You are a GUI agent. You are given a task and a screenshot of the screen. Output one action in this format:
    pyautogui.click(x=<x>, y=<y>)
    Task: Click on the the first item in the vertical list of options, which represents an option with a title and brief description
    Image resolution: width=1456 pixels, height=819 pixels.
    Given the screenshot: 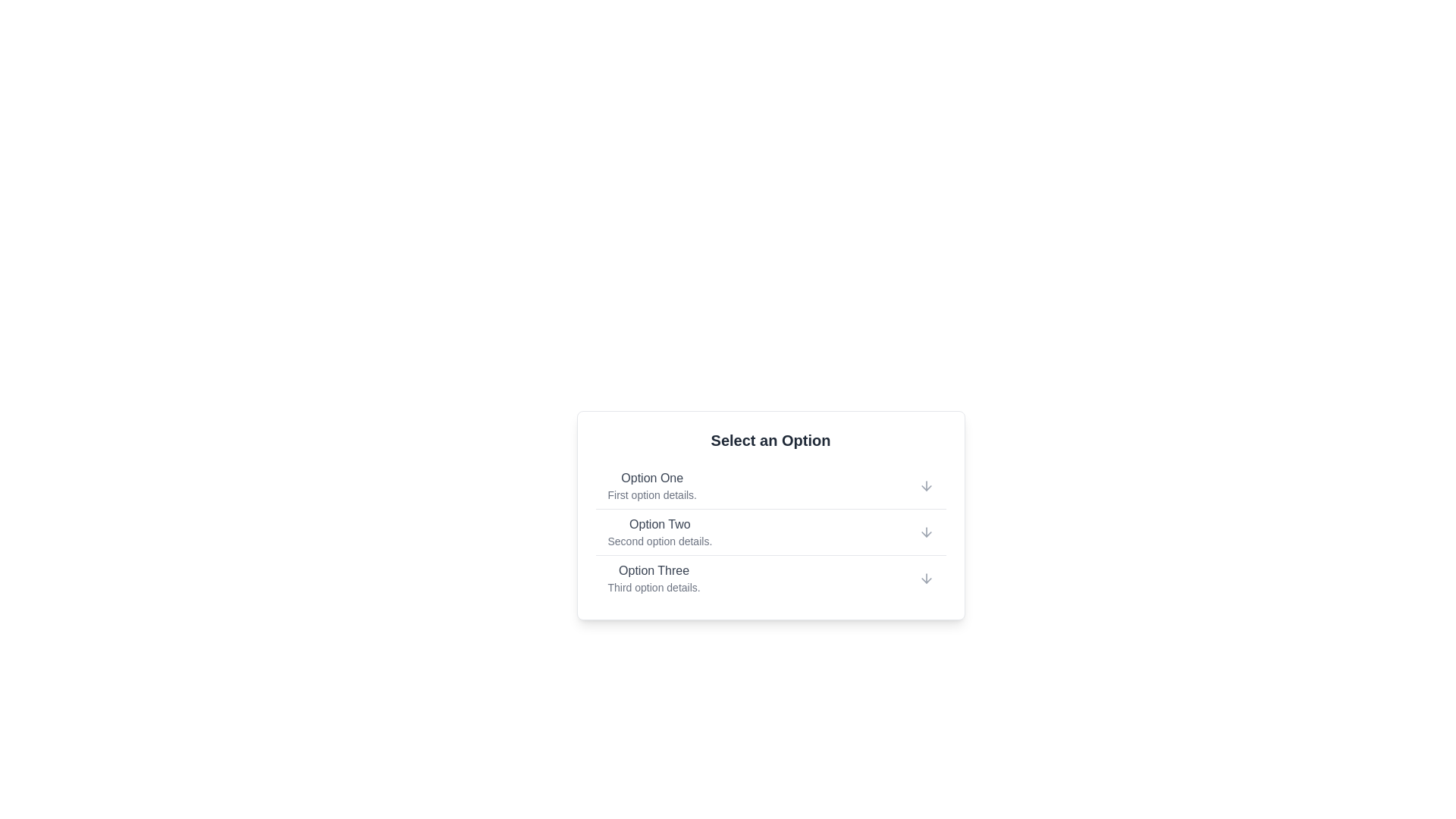 What is the action you would take?
    pyautogui.click(x=652, y=485)
    